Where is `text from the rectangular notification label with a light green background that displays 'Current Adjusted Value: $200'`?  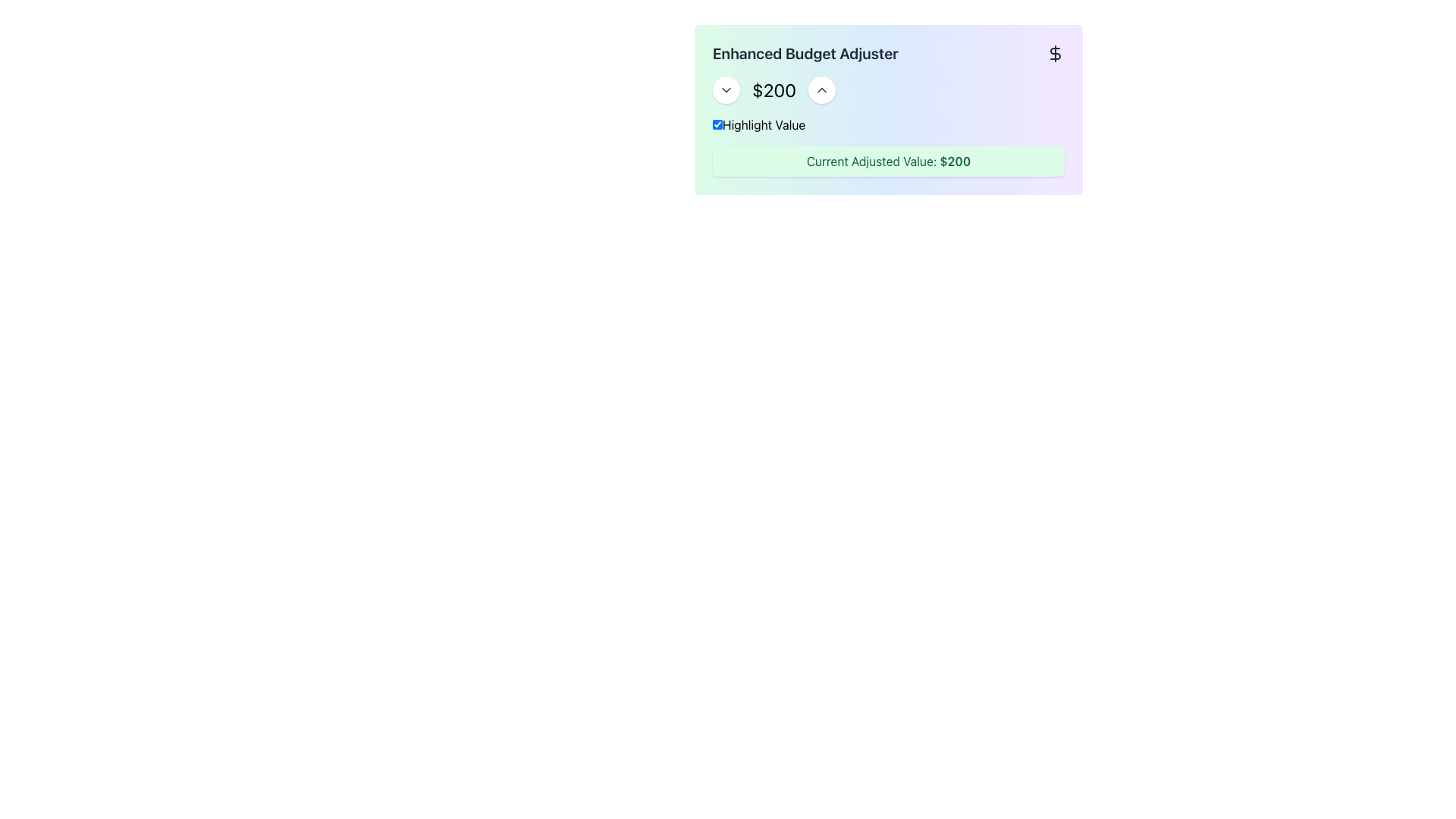
text from the rectangular notification label with a light green background that displays 'Current Adjusted Value: $200' is located at coordinates (888, 161).